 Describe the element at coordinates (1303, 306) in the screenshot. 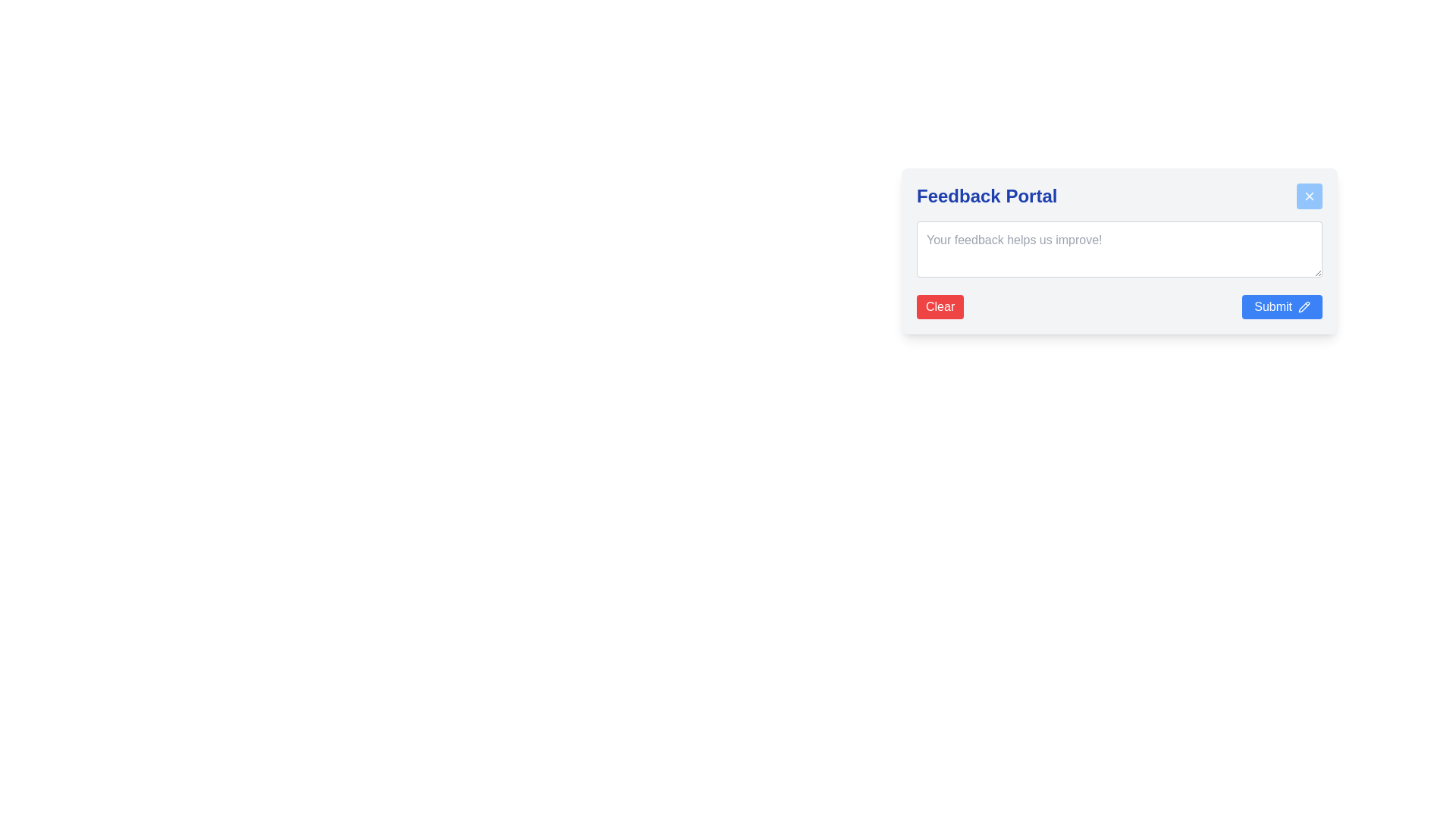

I see `the decorative pencil icon element associated with the 'Submit' button located in the feedback submission area` at that location.